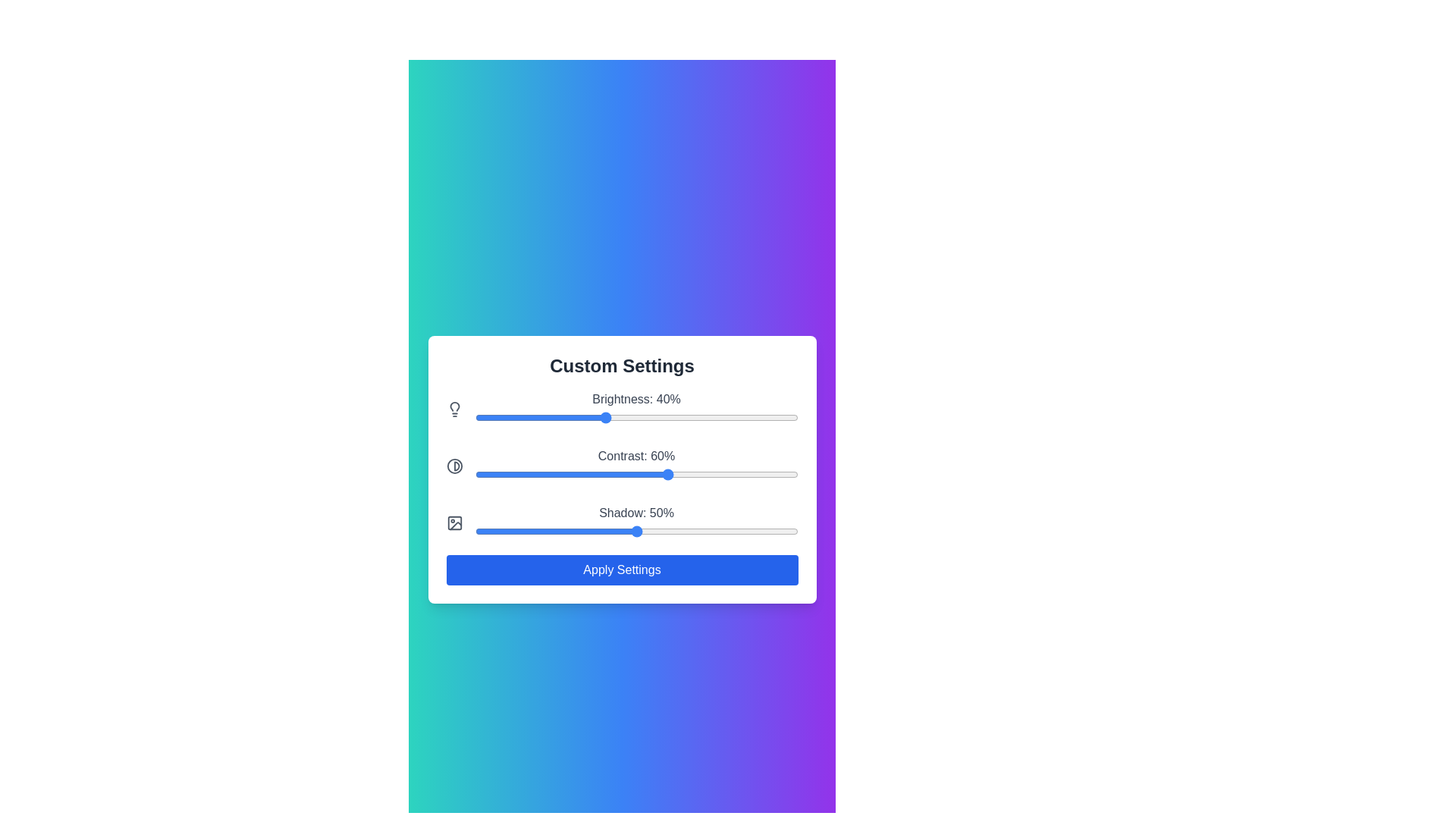  What do you see at coordinates (622, 570) in the screenshot?
I see `'Apply Settings' button to apply the current settings` at bounding box center [622, 570].